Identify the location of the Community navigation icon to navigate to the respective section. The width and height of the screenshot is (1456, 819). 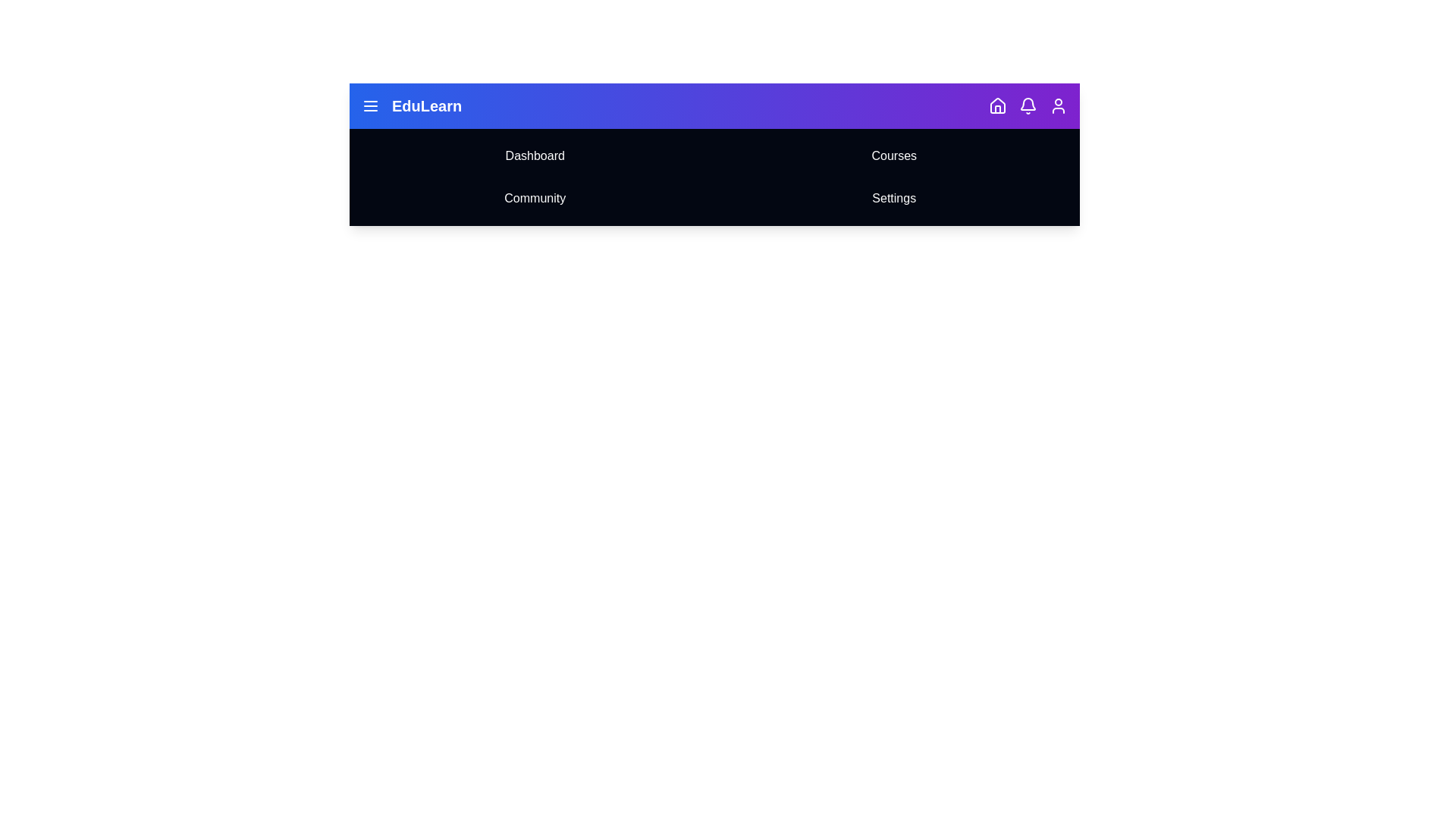
(535, 198).